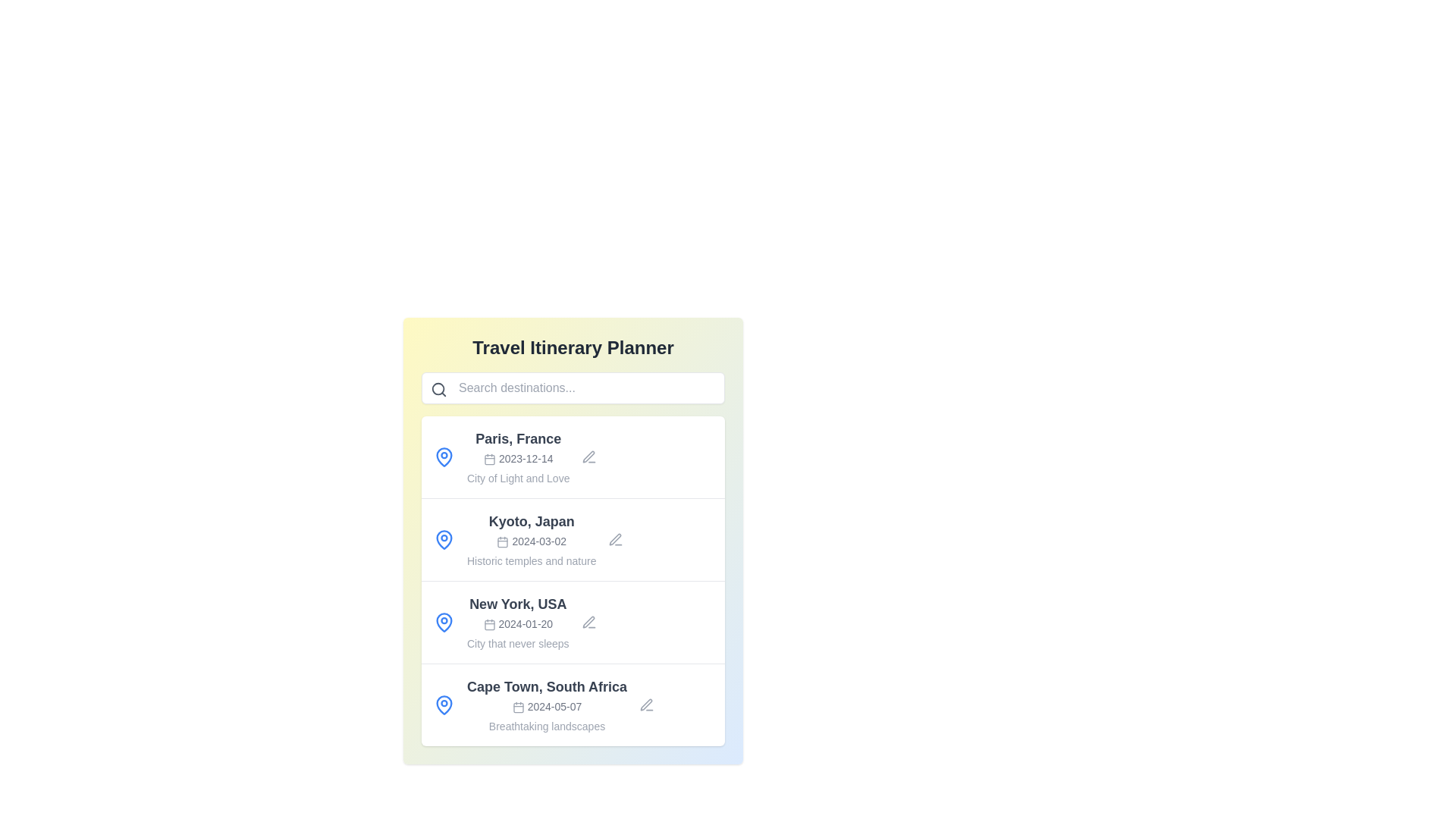  I want to click on the edit icon (pen) adjacent to the label 'Paris, France', so click(588, 456).